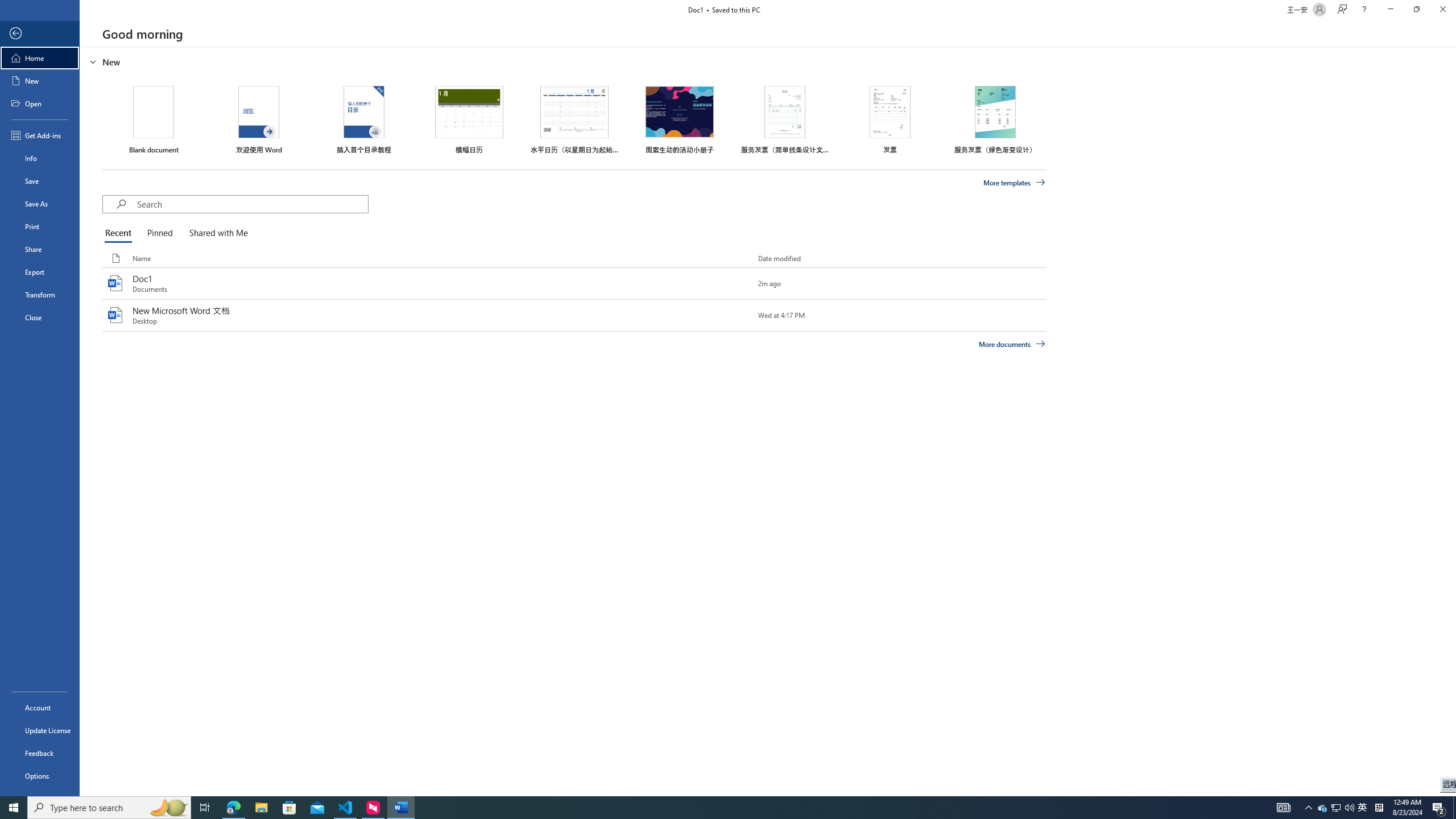 This screenshot has width=1456, height=819. What do you see at coordinates (39, 33) in the screenshot?
I see `'Back'` at bounding box center [39, 33].